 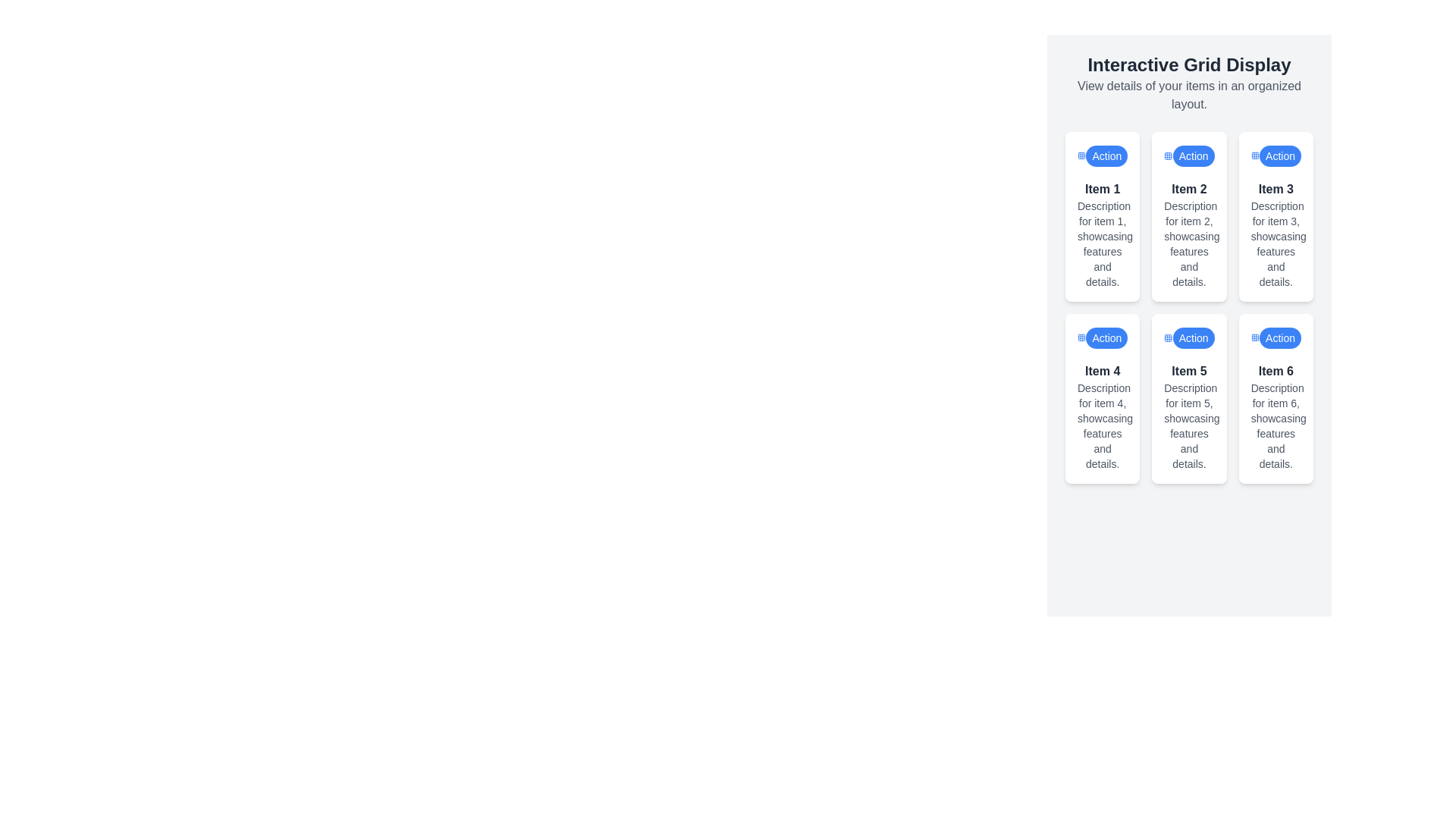 What do you see at coordinates (1279, 155) in the screenshot?
I see `the rounded rectangular button labeled 'Action' with a blue background located in the top-right corner of the third card to activate the hover effect` at bounding box center [1279, 155].